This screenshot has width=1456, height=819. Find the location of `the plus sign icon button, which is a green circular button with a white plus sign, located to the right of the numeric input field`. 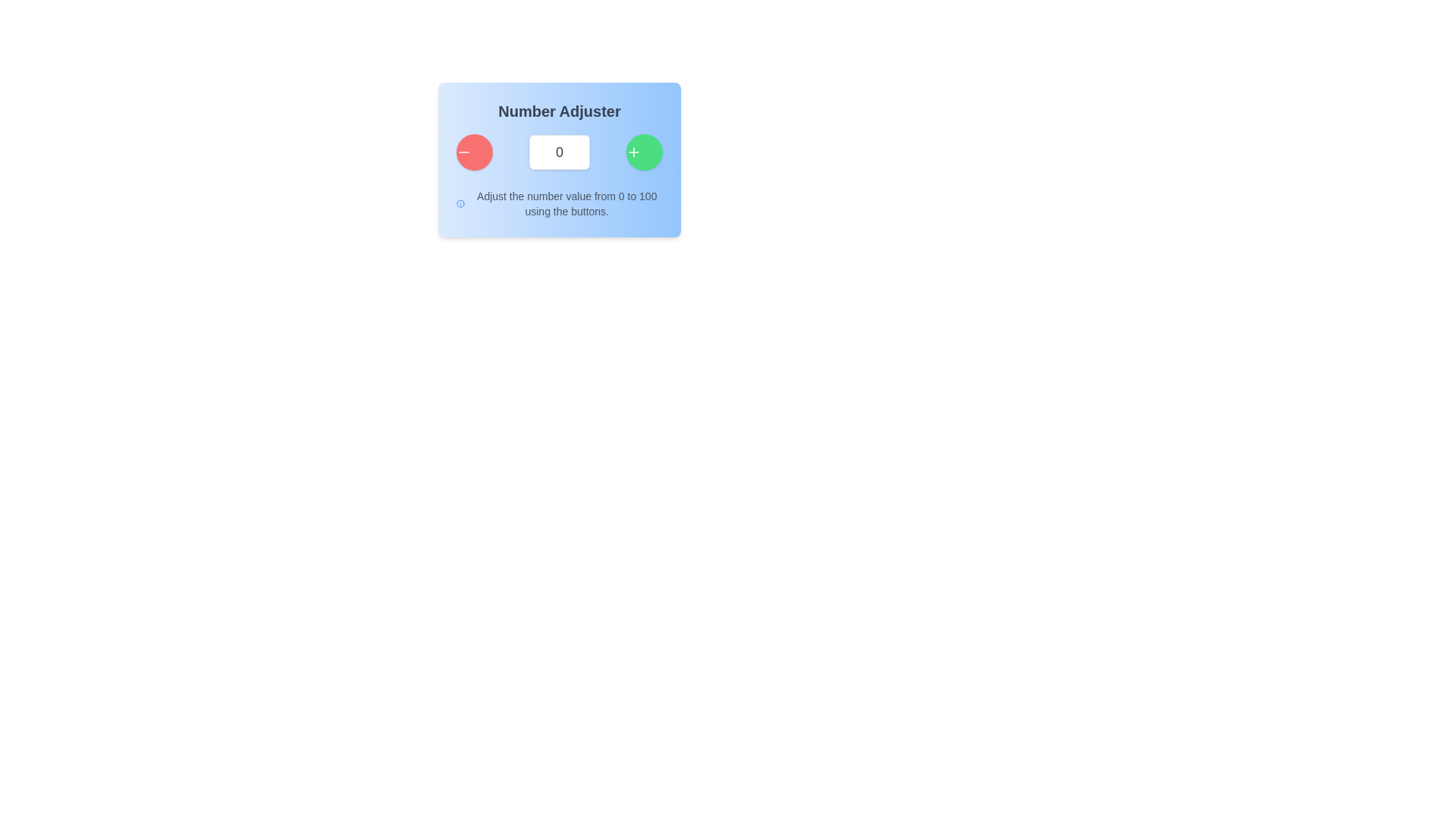

the plus sign icon button, which is a green circular button with a white plus sign, located to the right of the numeric input field is located at coordinates (633, 152).